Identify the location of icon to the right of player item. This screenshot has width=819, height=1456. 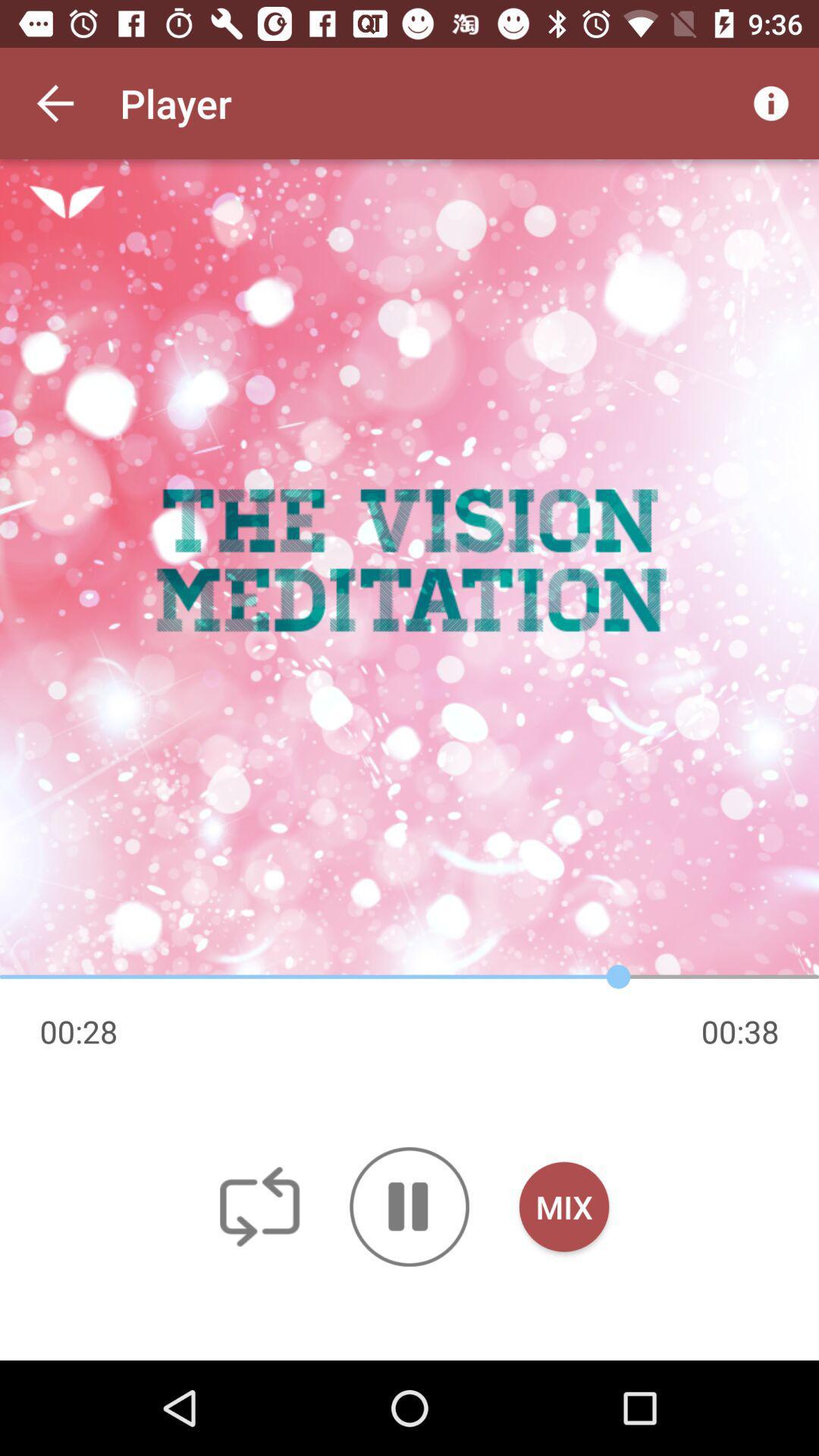
(771, 102).